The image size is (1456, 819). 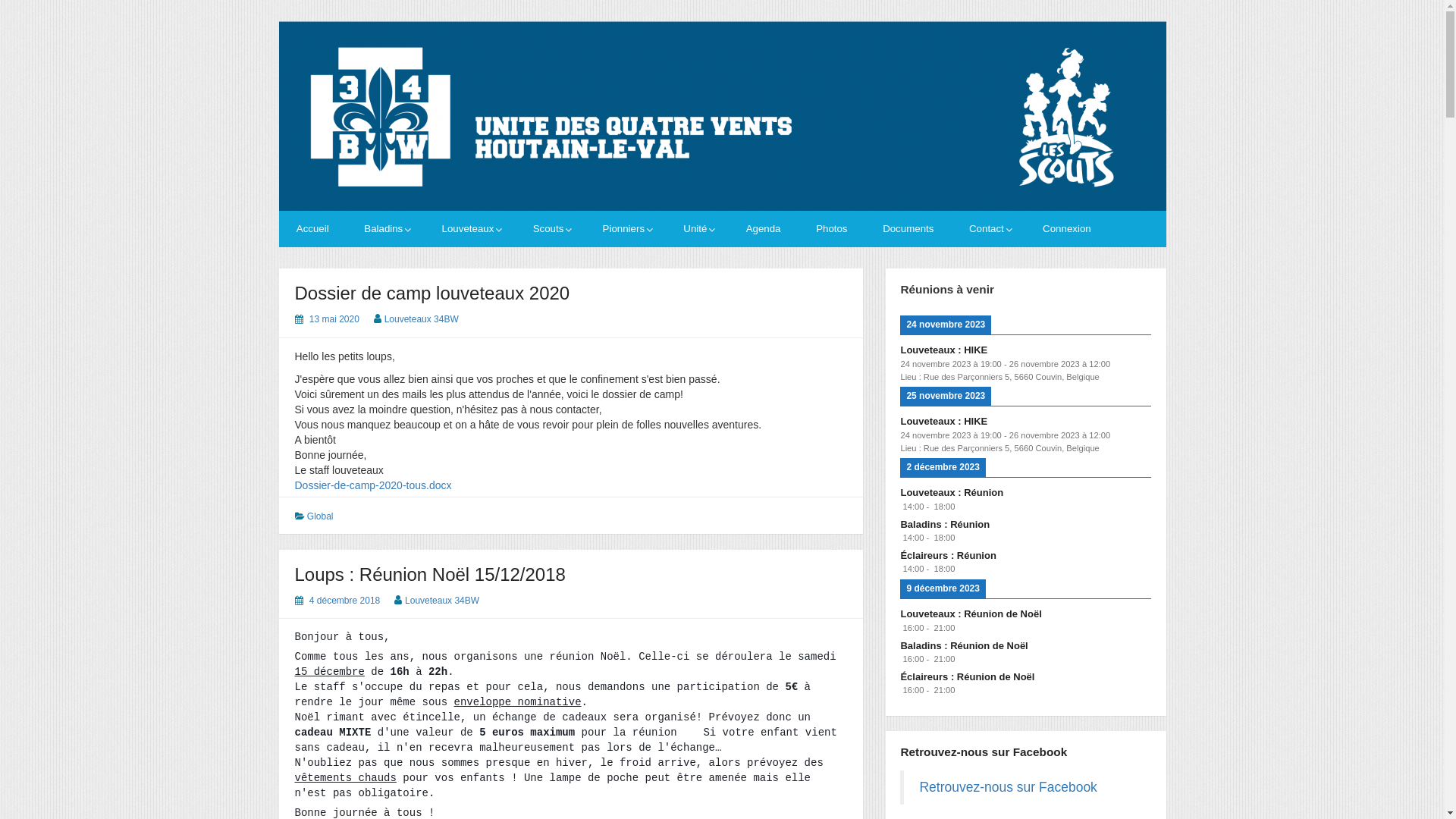 I want to click on 'Dossier-de-camp-2020-tous.docx', so click(x=372, y=485).